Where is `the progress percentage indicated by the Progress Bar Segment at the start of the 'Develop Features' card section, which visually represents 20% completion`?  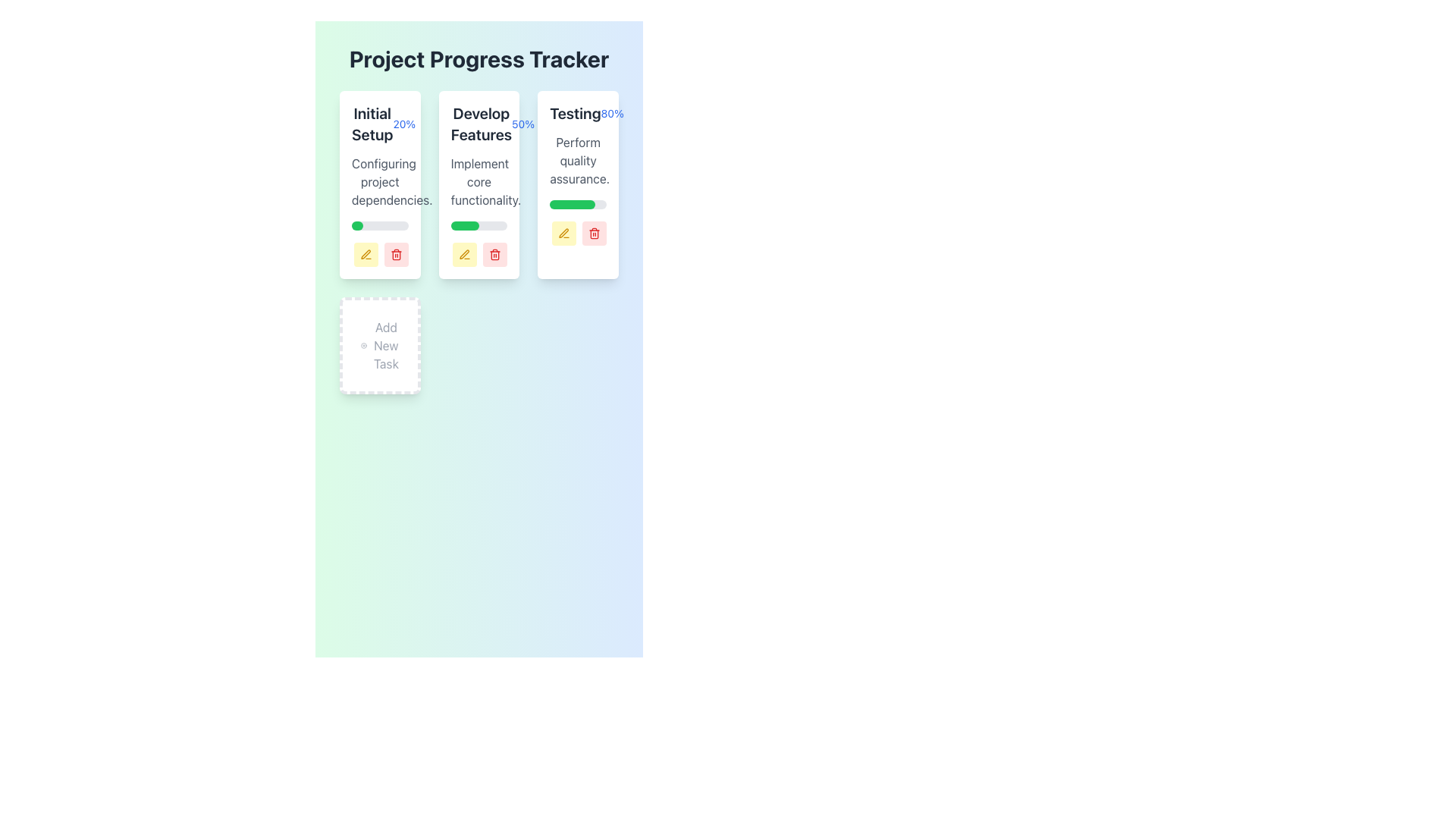 the progress percentage indicated by the Progress Bar Segment at the start of the 'Develop Features' card section, which visually represents 20% completion is located at coordinates (356, 225).